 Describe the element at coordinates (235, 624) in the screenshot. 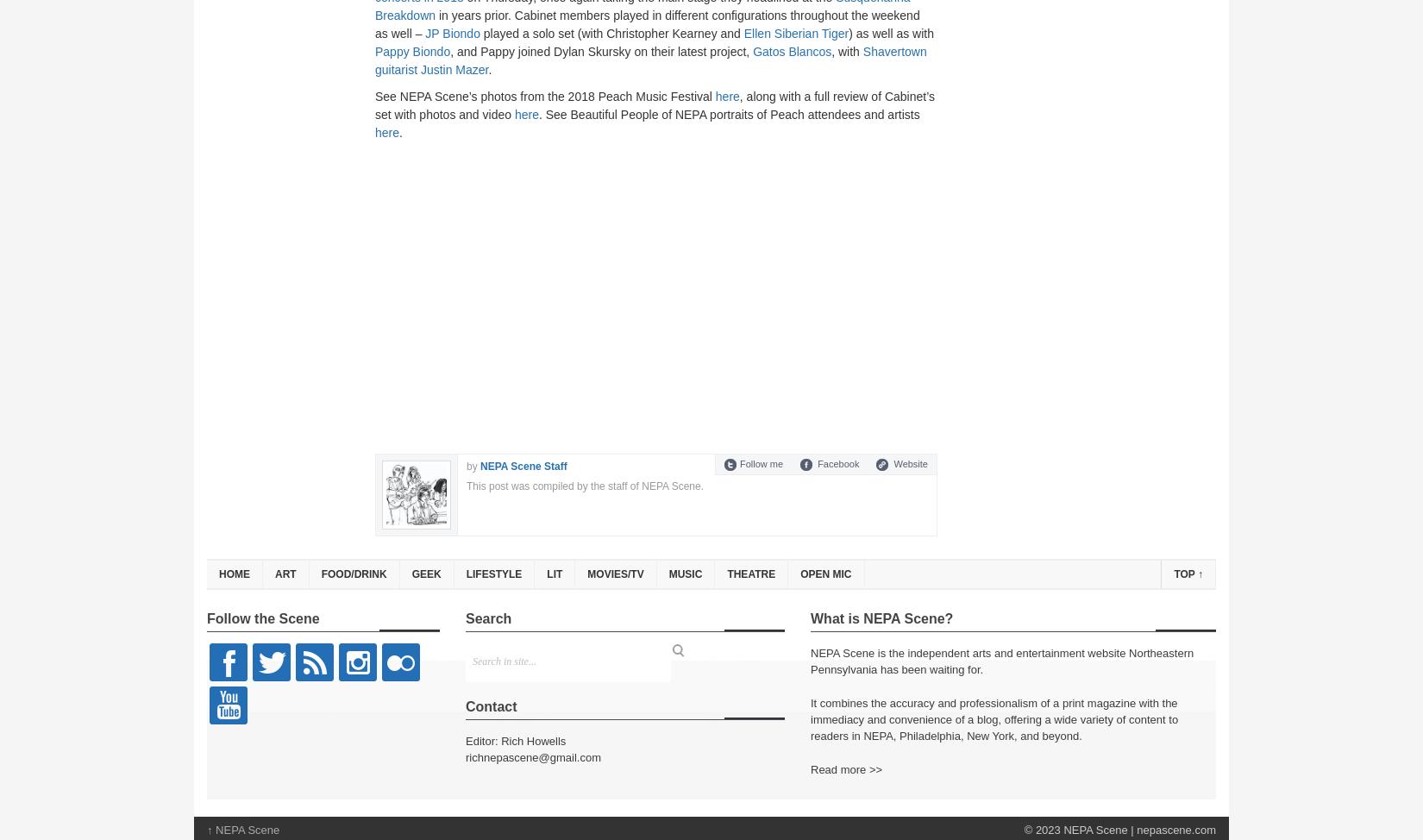

I see `'Videos'` at that location.